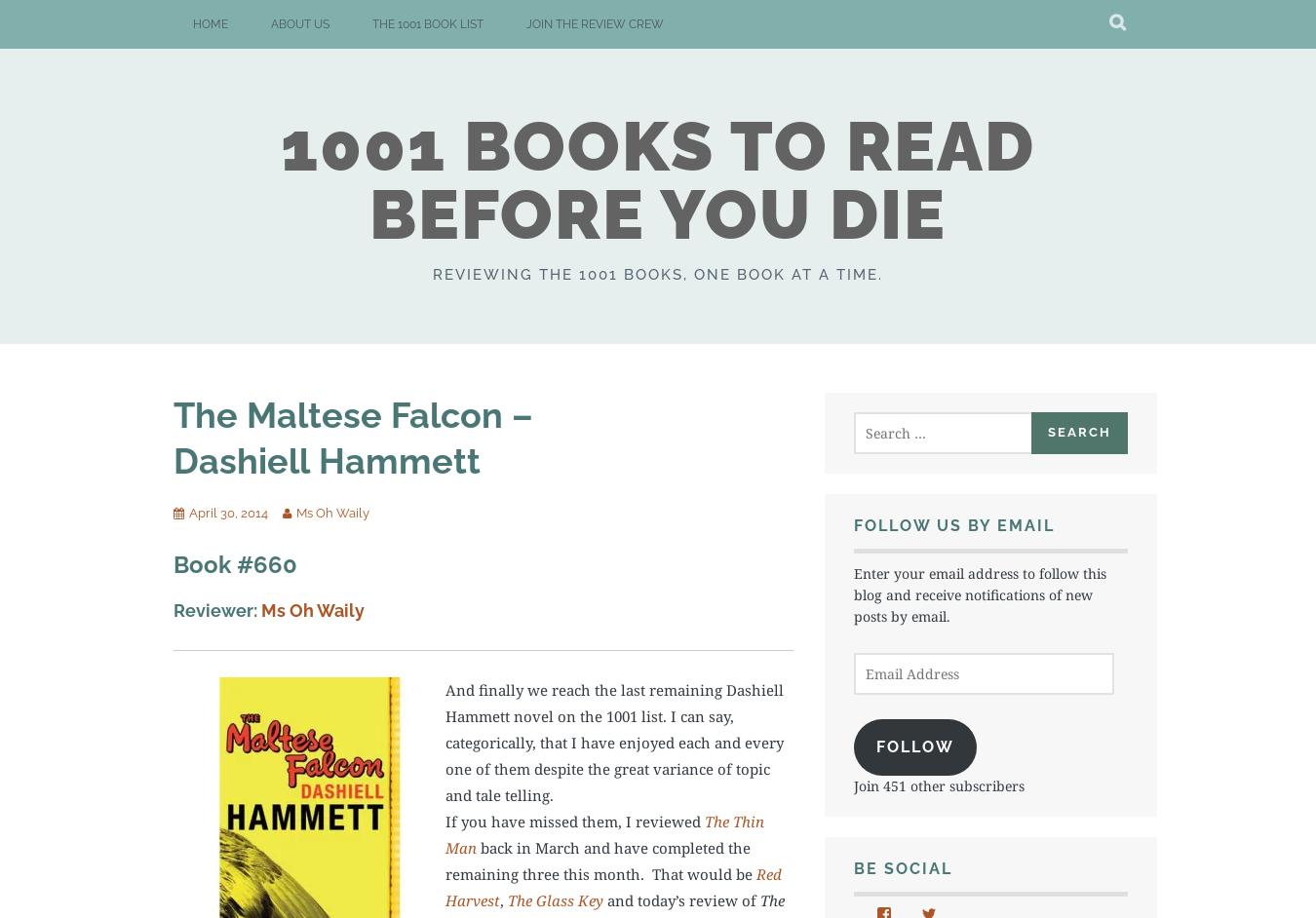 This screenshot has height=918, width=1316. Describe the element at coordinates (298, 23) in the screenshot. I see `'About Us'` at that location.